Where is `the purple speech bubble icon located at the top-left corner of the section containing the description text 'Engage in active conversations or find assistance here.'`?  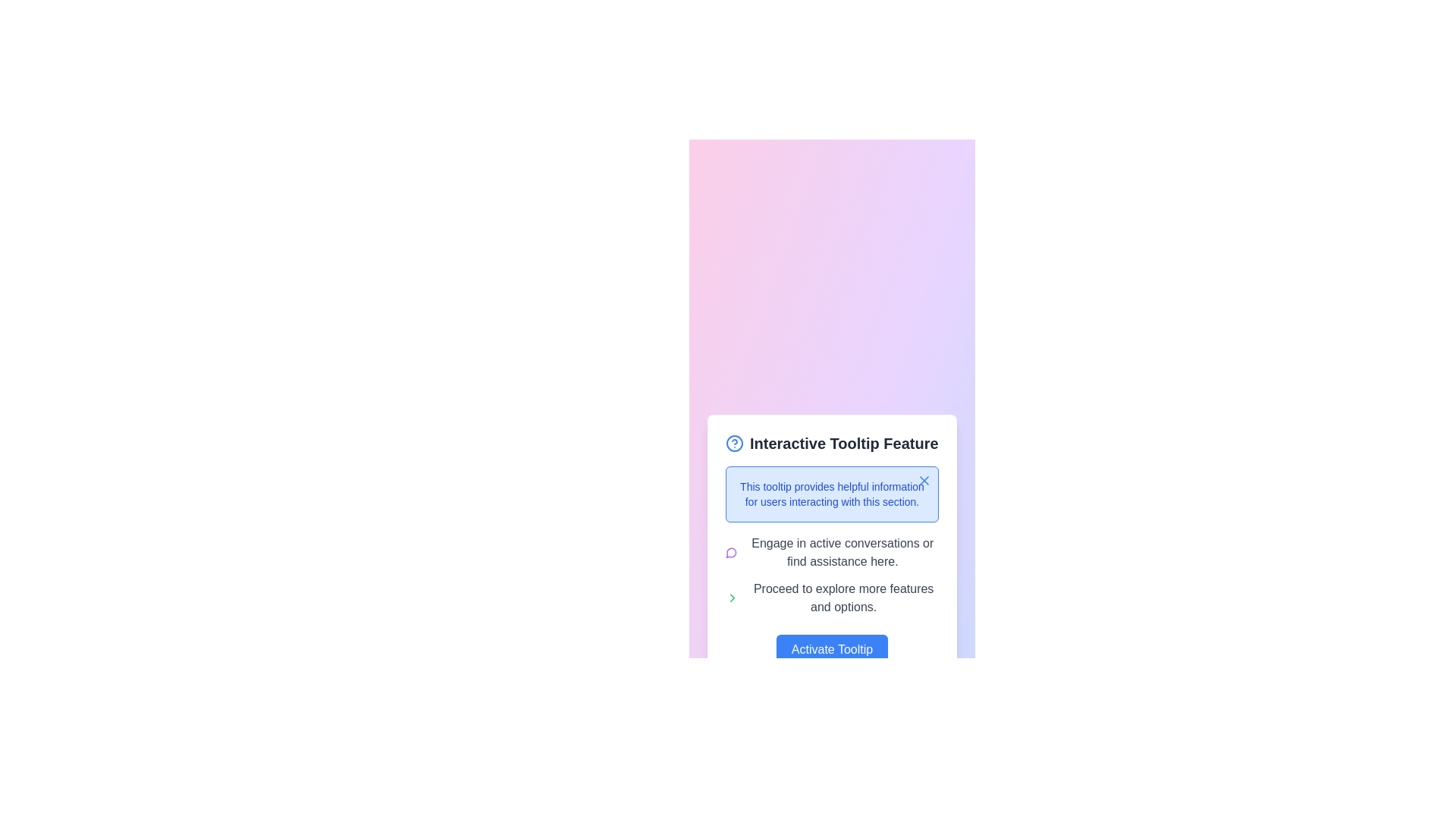
the purple speech bubble icon located at the top-left corner of the section containing the description text 'Engage in active conversations or find assistance here.' is located at coordinates (731, 553).